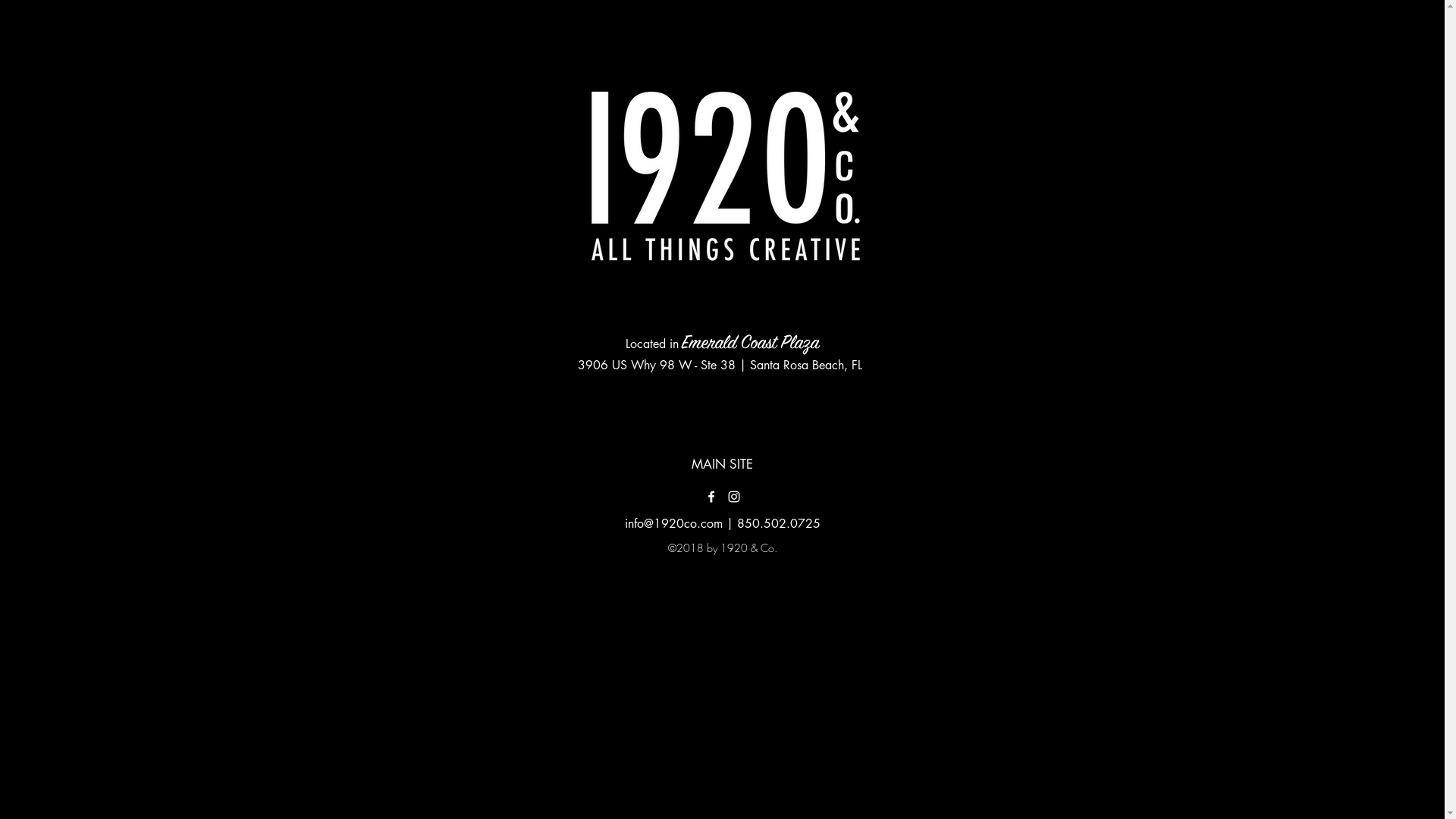 Image resolution: width=1456 pixels, height=819 pixels. I want to click on 'info@1920co.com', so click(673, 522).